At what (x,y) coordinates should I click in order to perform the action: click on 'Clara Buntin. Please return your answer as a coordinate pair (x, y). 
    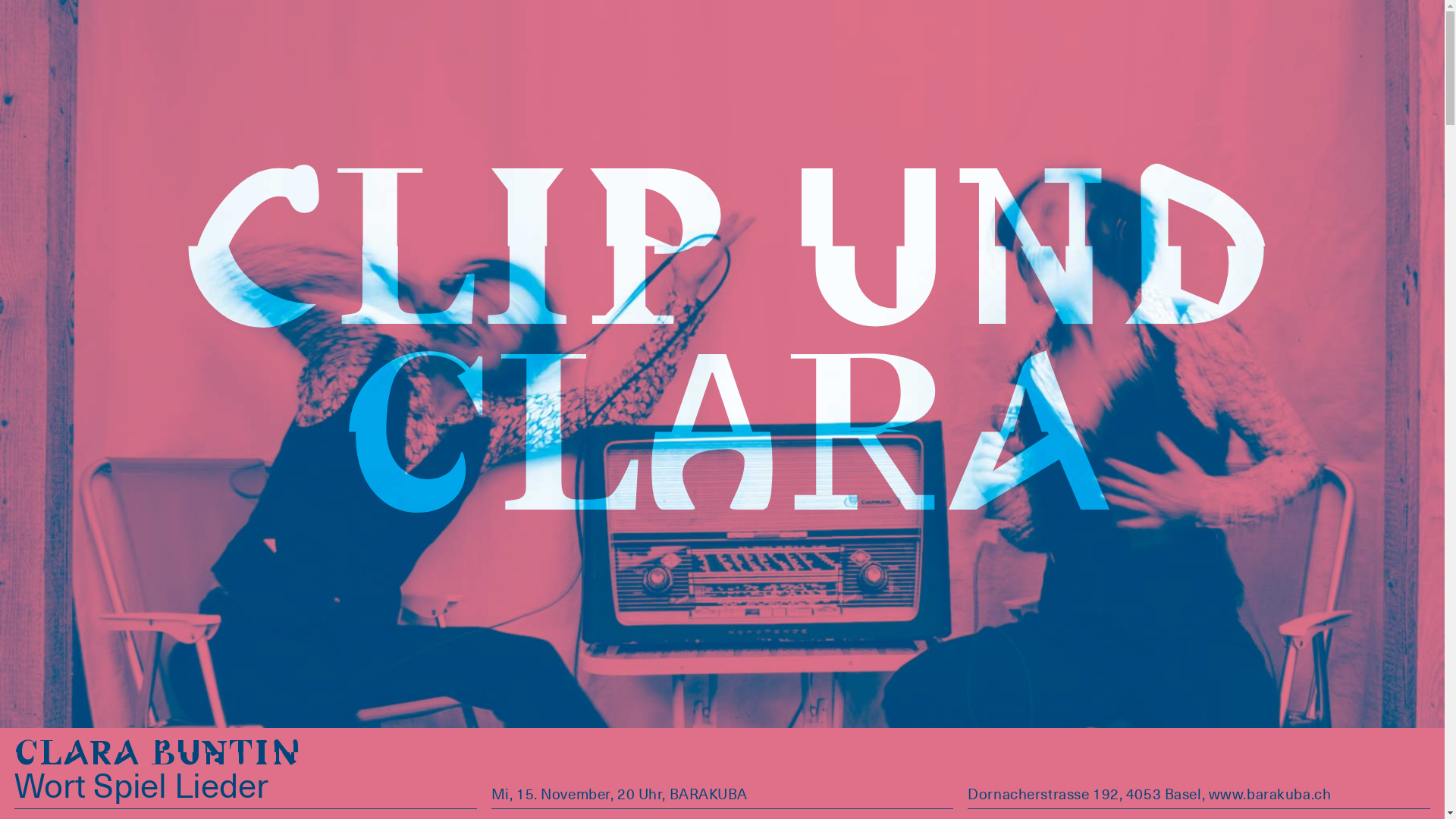
    Looking at the image, I should click on (158, 775).